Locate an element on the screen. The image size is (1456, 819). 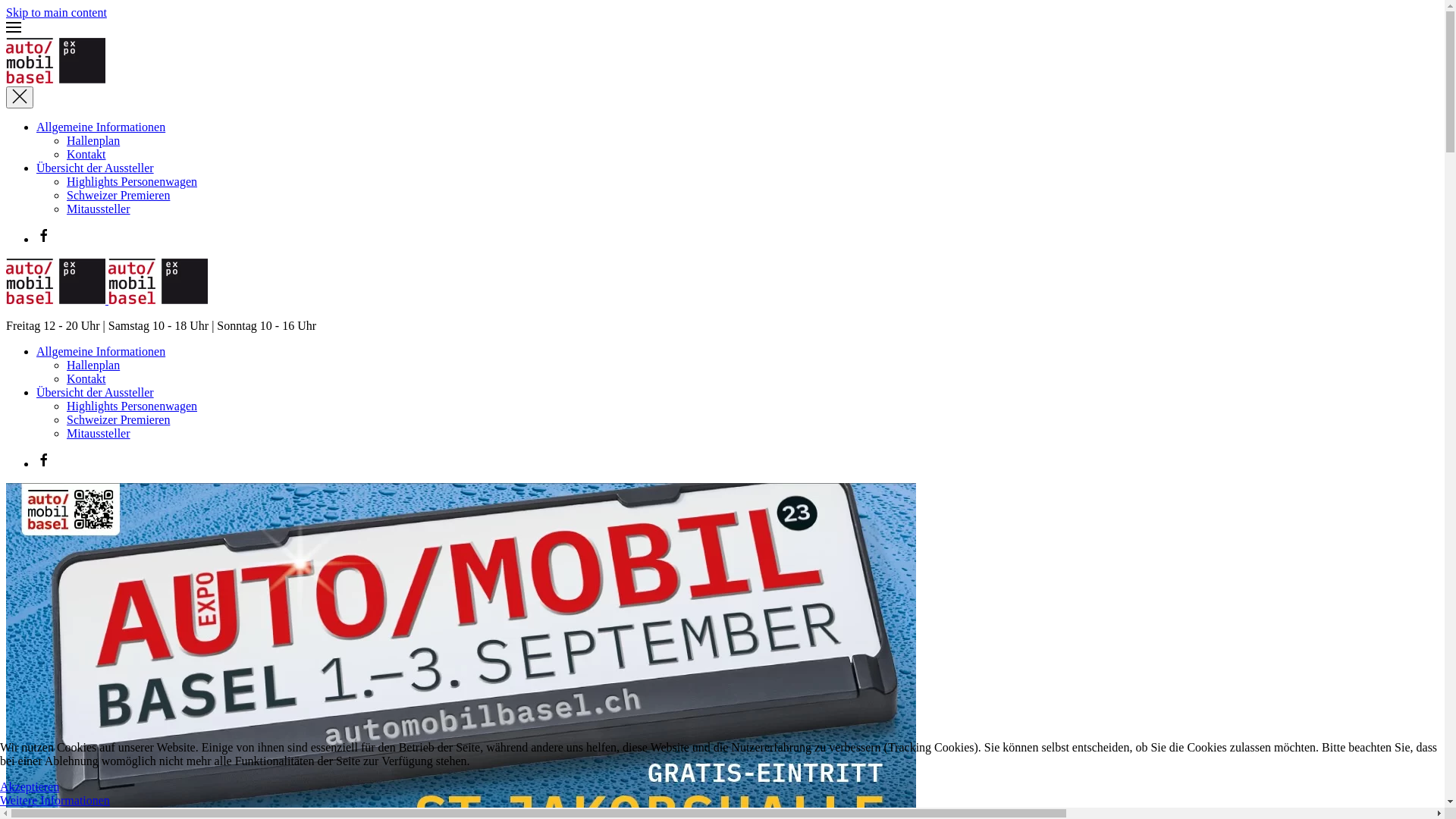
'Highlights Personenwagen' is located at coordinates (131, 405).